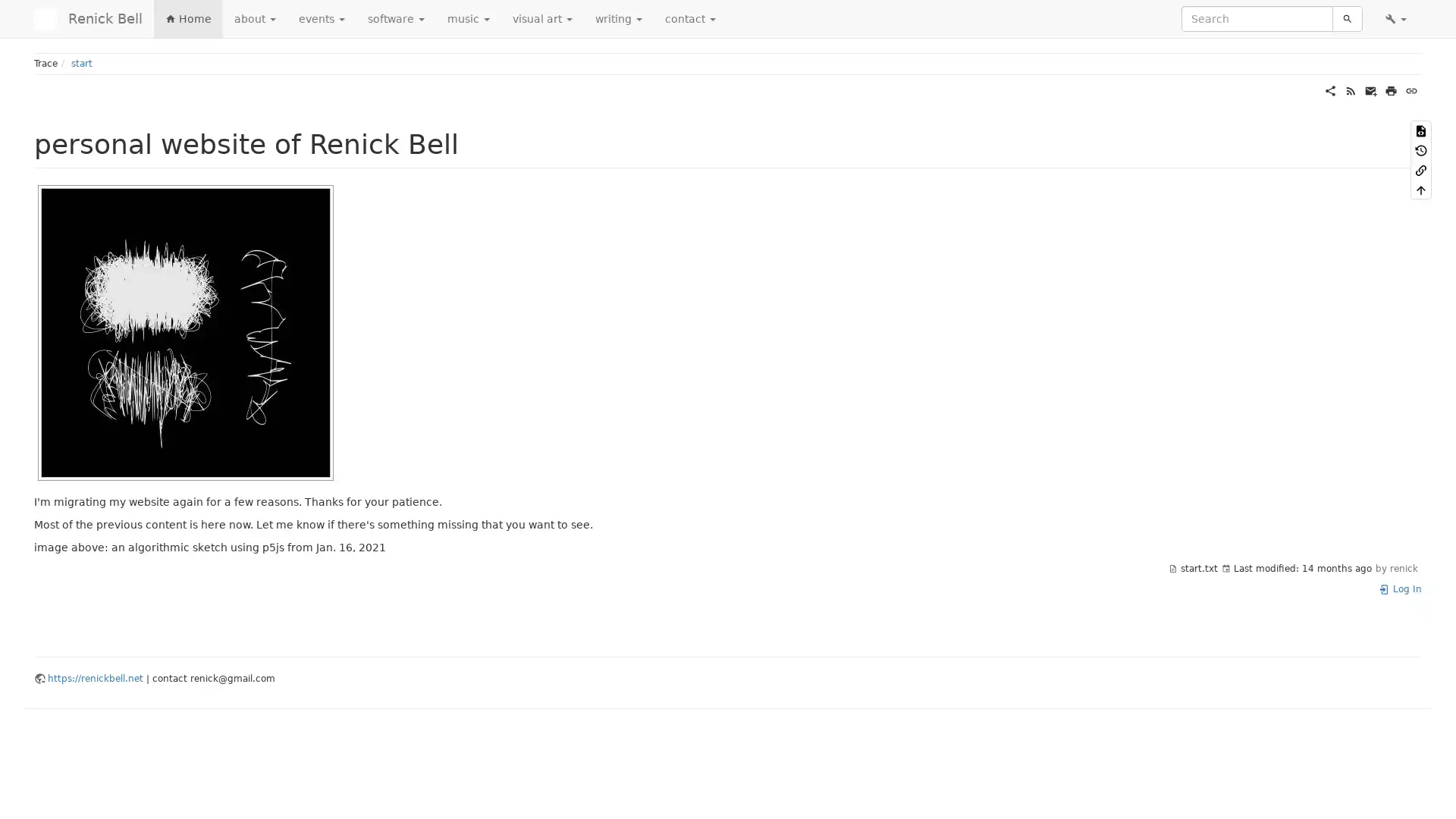 Image resolution: width=1456 pixels, height=819 pixels. What do you see at coordinates (1347, 18) in the screenshot?
I see `Search` at bounding box center [1347, 18].